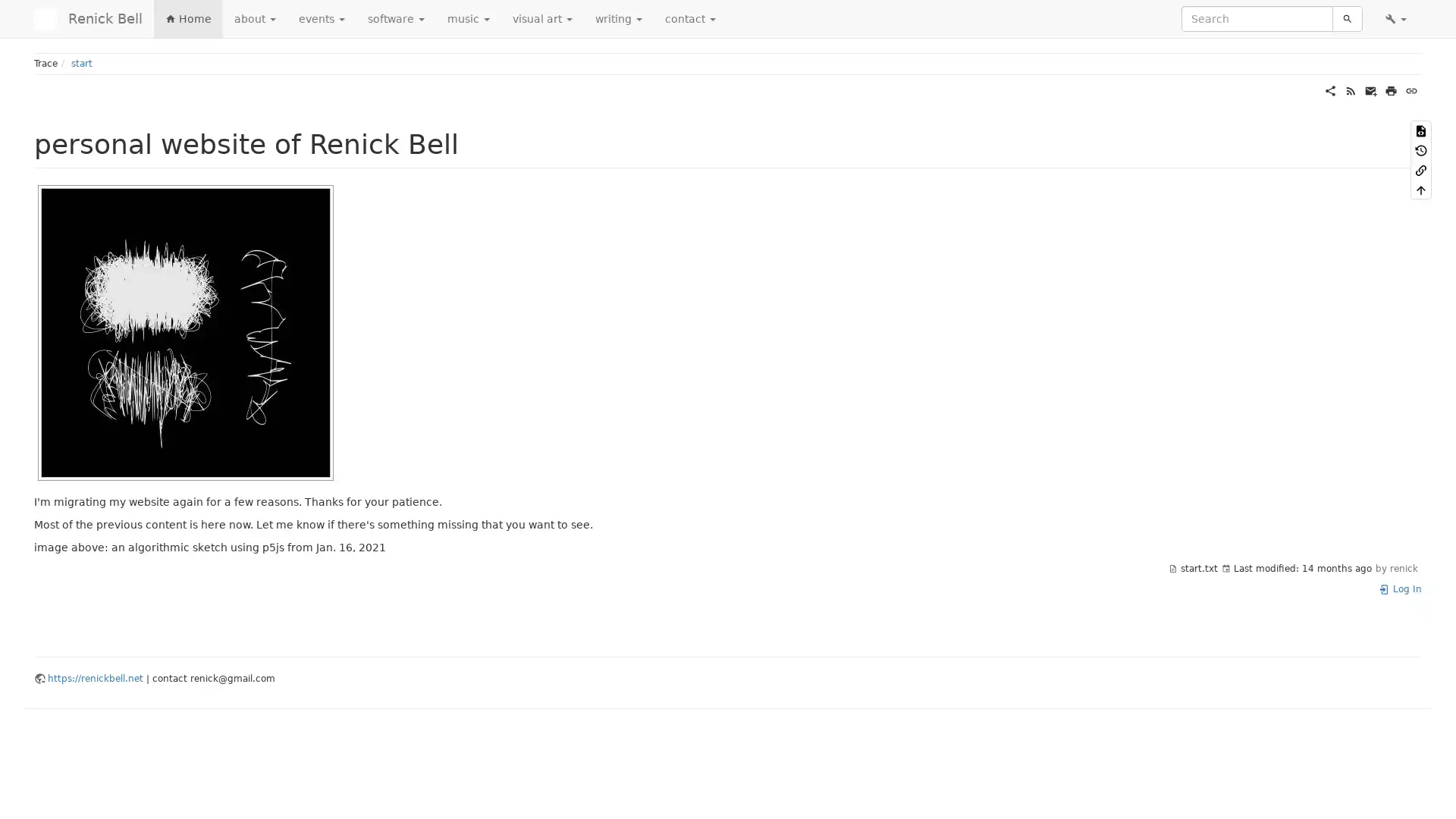 Image resolution: width=1456 pixels, height=819 pixels. What do you see at coordinates (1347, 18) in the screenshot?
I see `Search` at bounding box center [1347, 18].